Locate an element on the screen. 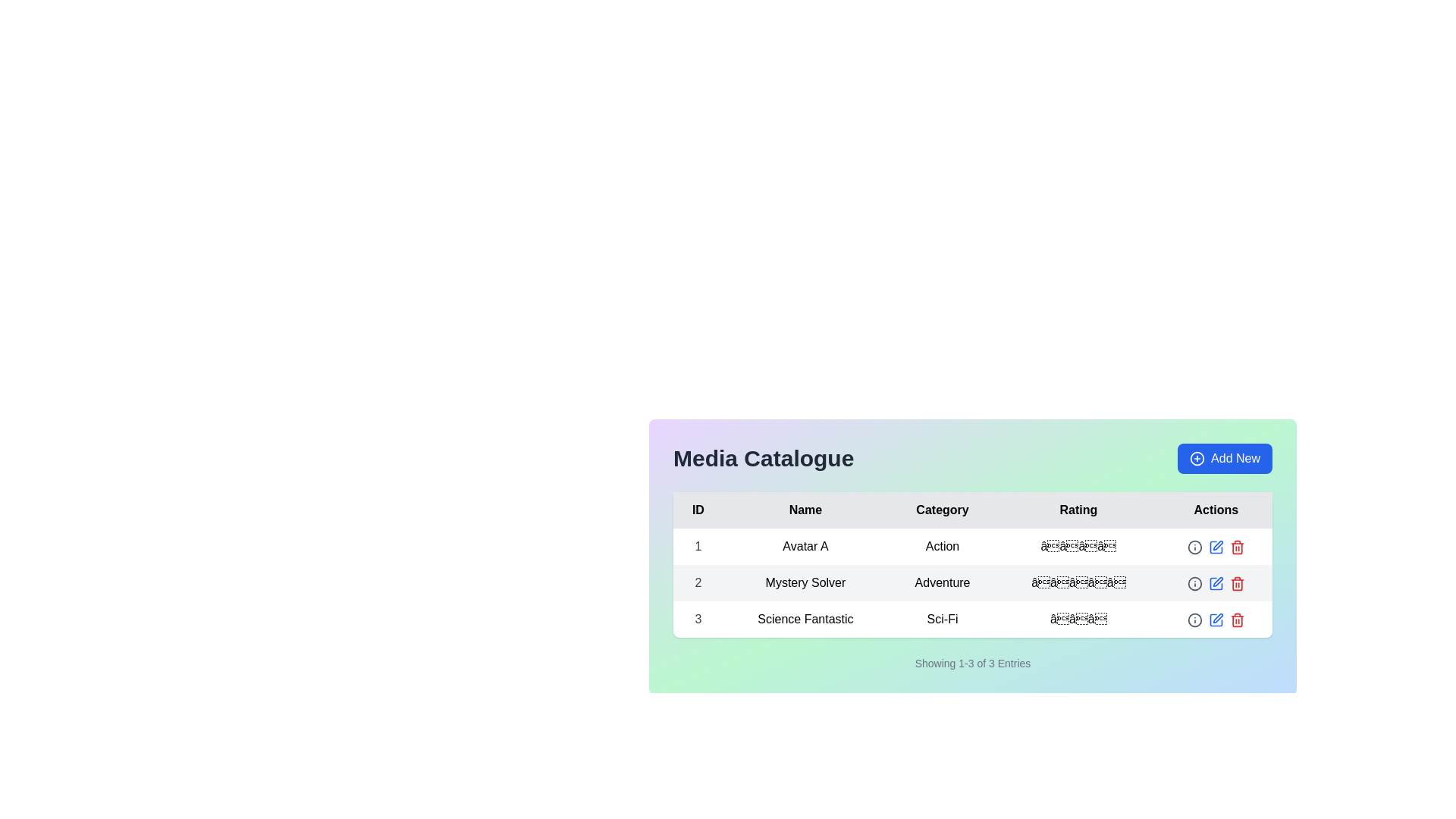 This screenshot has height=819, width=1456. the interactive pencil icon in blue within the 'Actions' column of the table row for 'Mystery Solver' is located at coordinates (1216, 582).